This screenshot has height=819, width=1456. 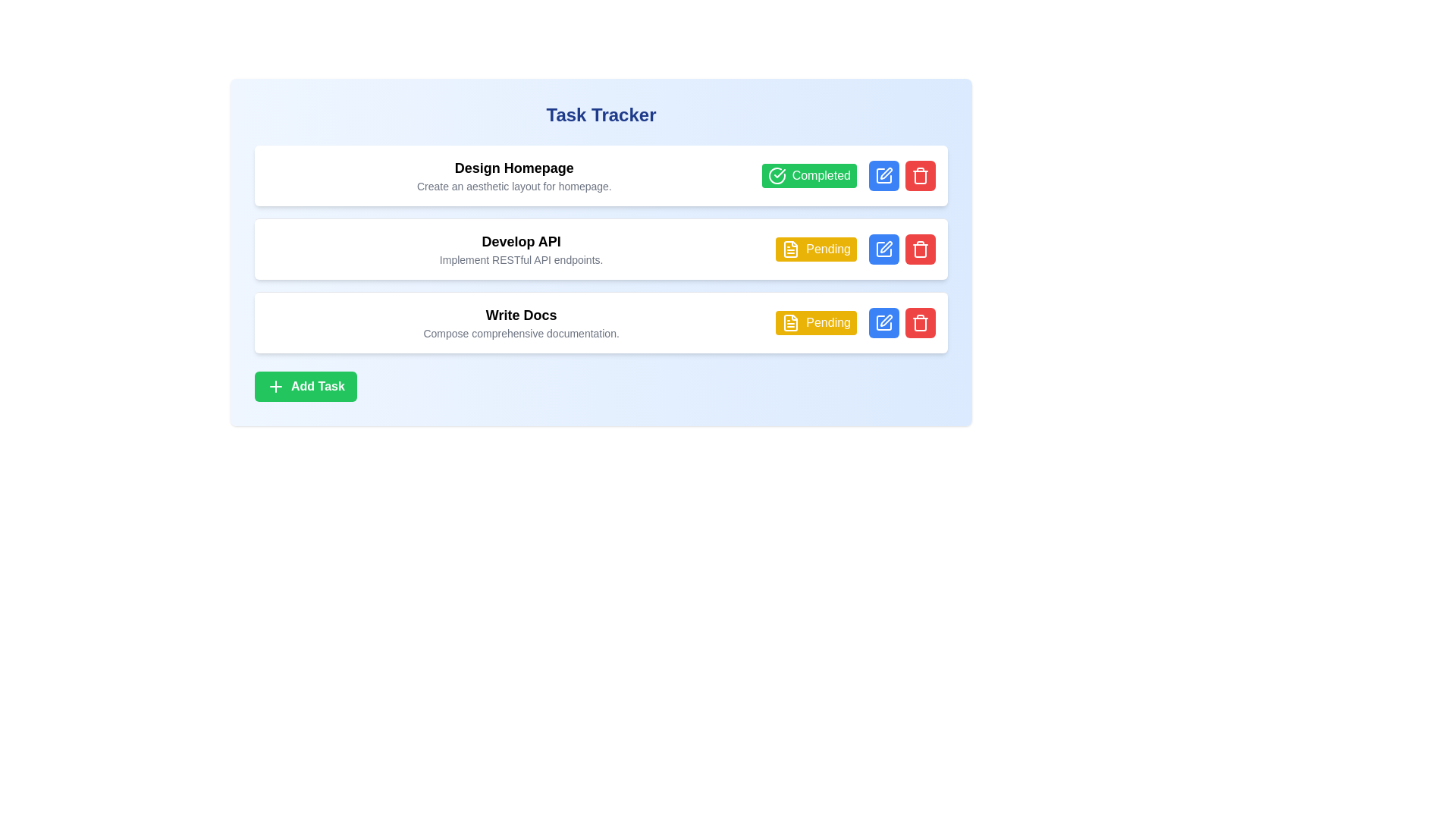 What do you see at coordinates (790, 322) in the screenshot?
I see `the document icon located in the 'Write Docs' row of the task tracker interface, positioned to the left of the 'Pending' status text` at bounding box center [790, 322].